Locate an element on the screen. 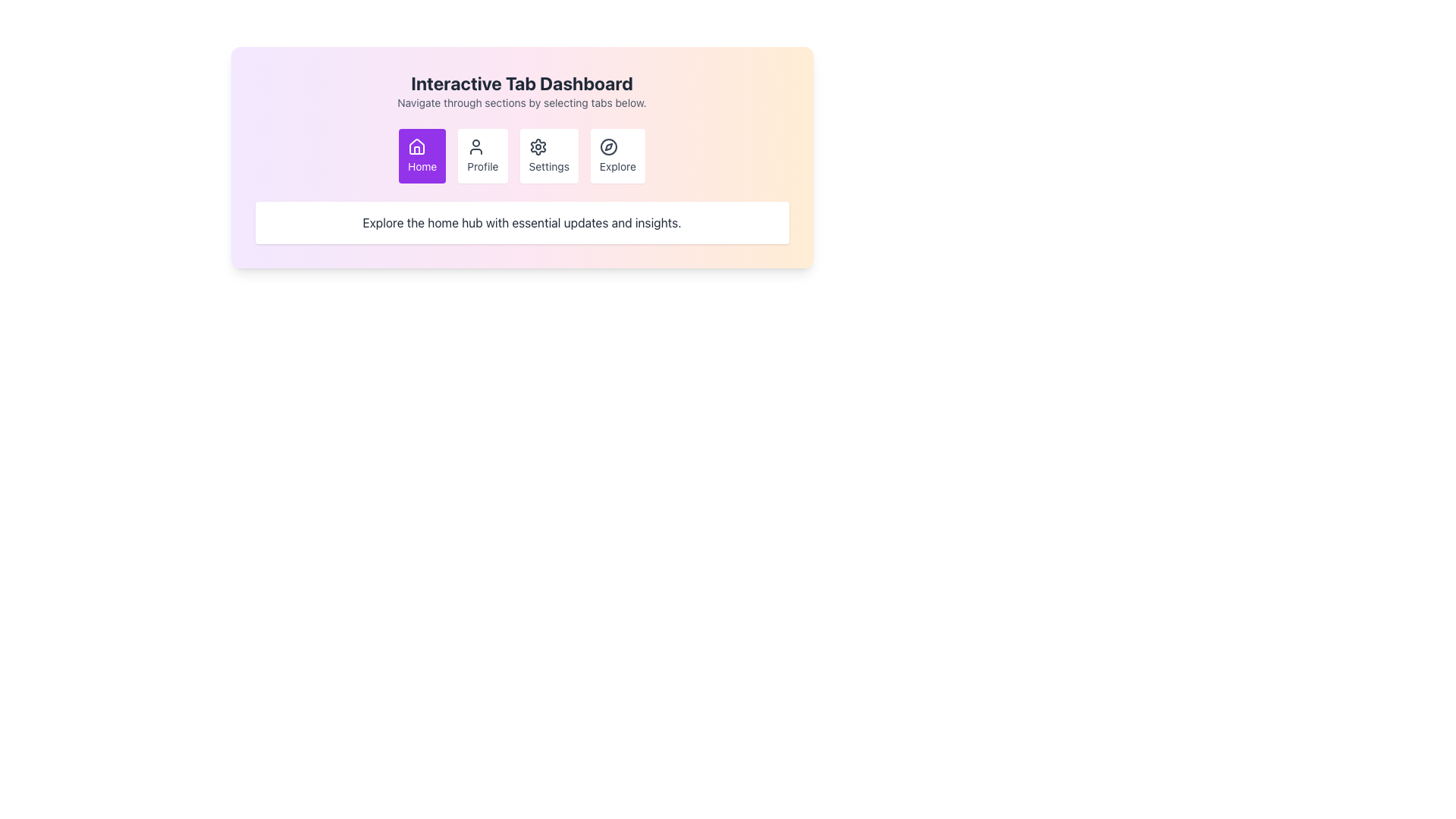  the 'Settings' label that describes the functionality of the 'Settings' button, positioned below the gear icon in the button set is located at coordinates (548, 166).